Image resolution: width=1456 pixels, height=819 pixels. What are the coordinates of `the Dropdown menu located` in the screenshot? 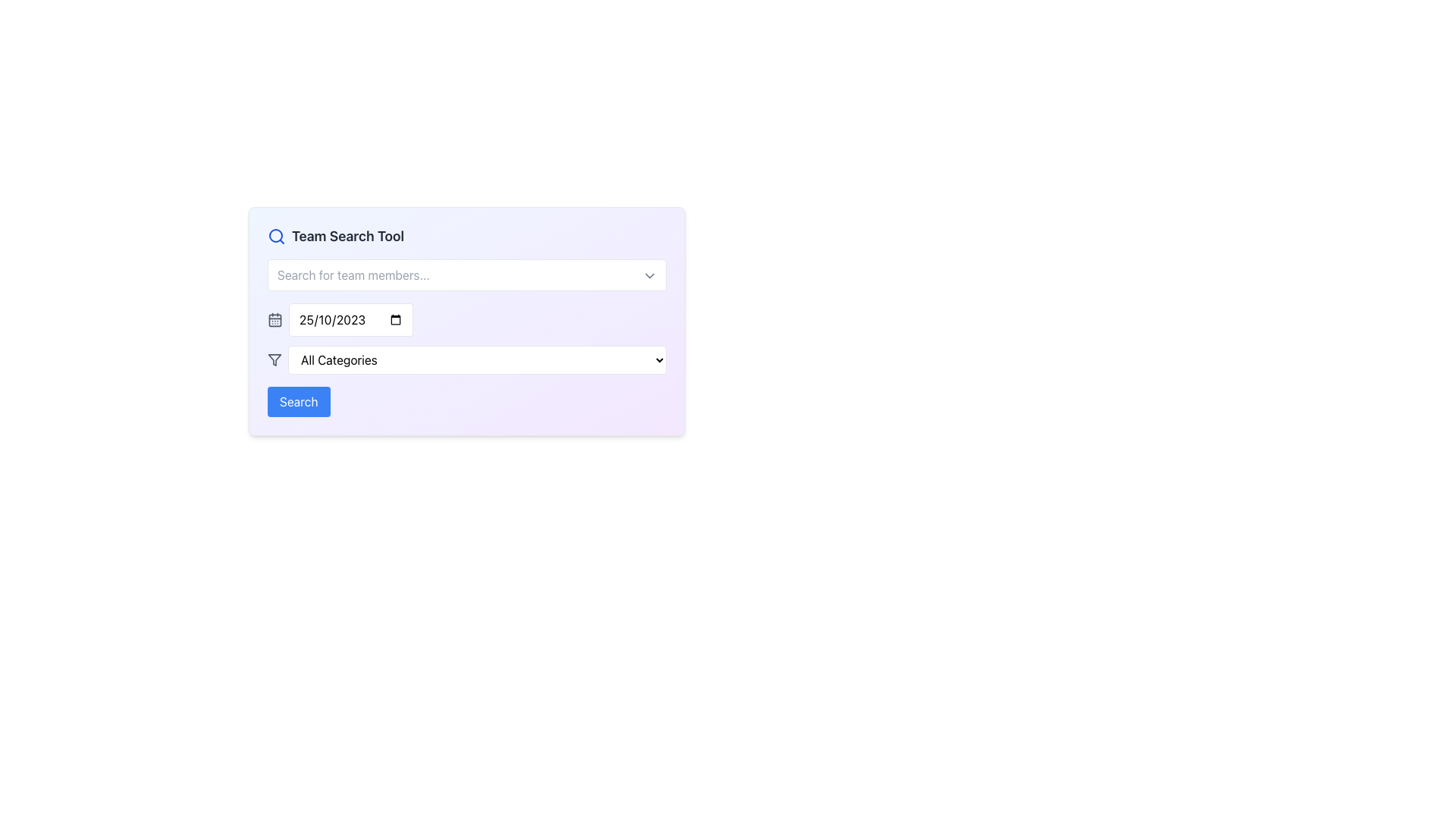 It's located at (476, 359).